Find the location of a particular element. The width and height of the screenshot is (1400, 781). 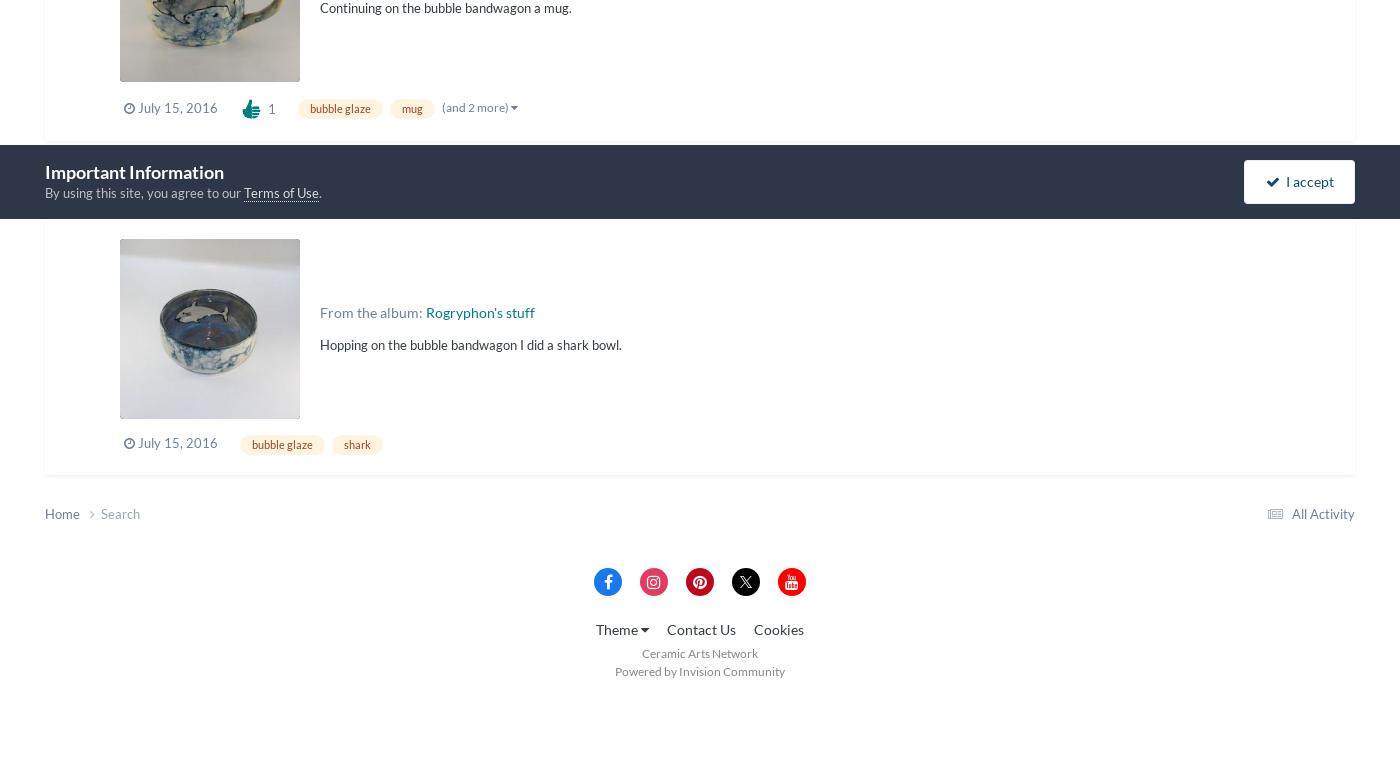

'By using this site, you agree to our' is located at coordinates (144, 191).